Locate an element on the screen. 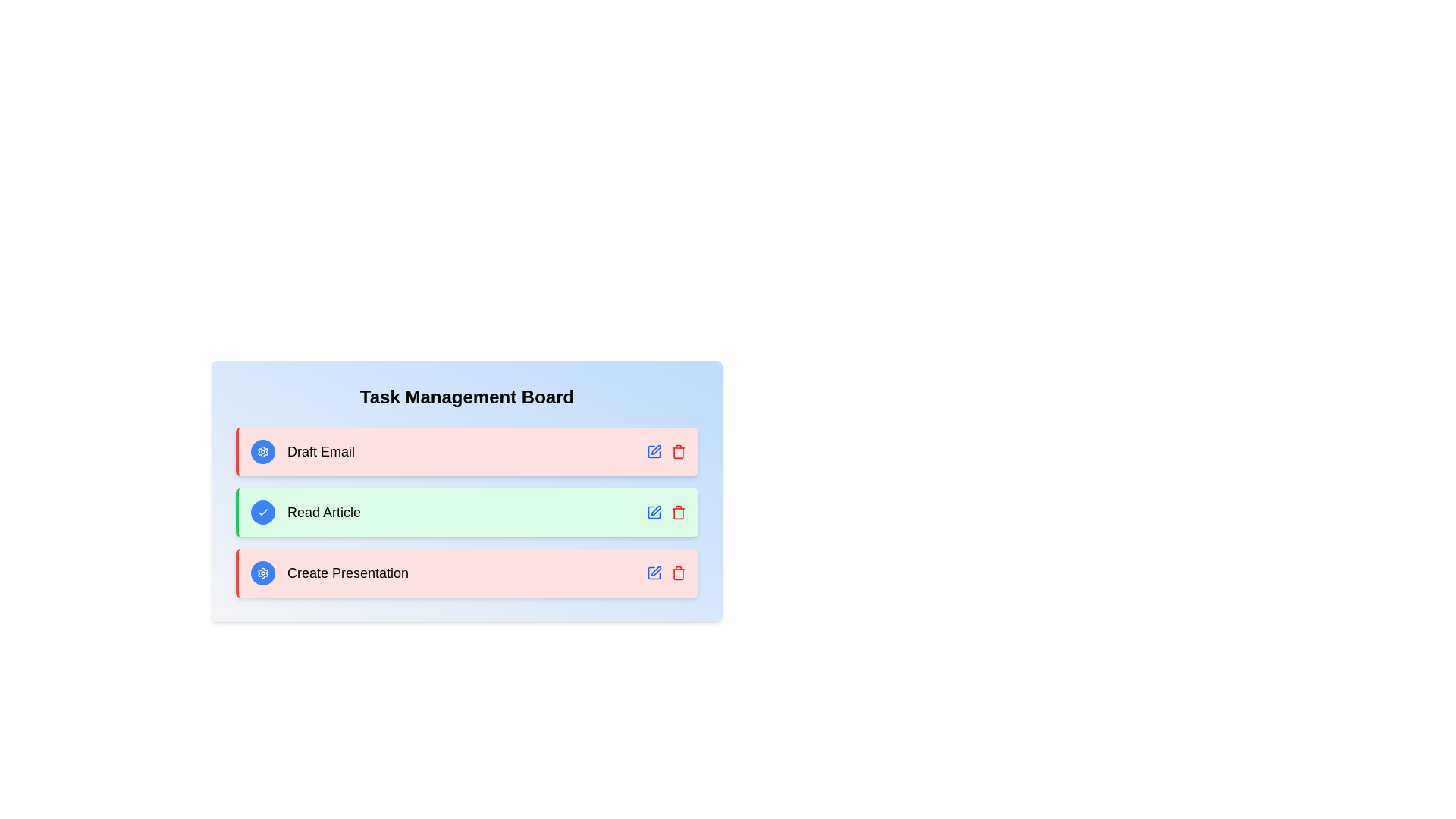 This screenshot has width=1456, height=819. the edit button for the task 'Draft Email' is located at coordinates (654, 451).